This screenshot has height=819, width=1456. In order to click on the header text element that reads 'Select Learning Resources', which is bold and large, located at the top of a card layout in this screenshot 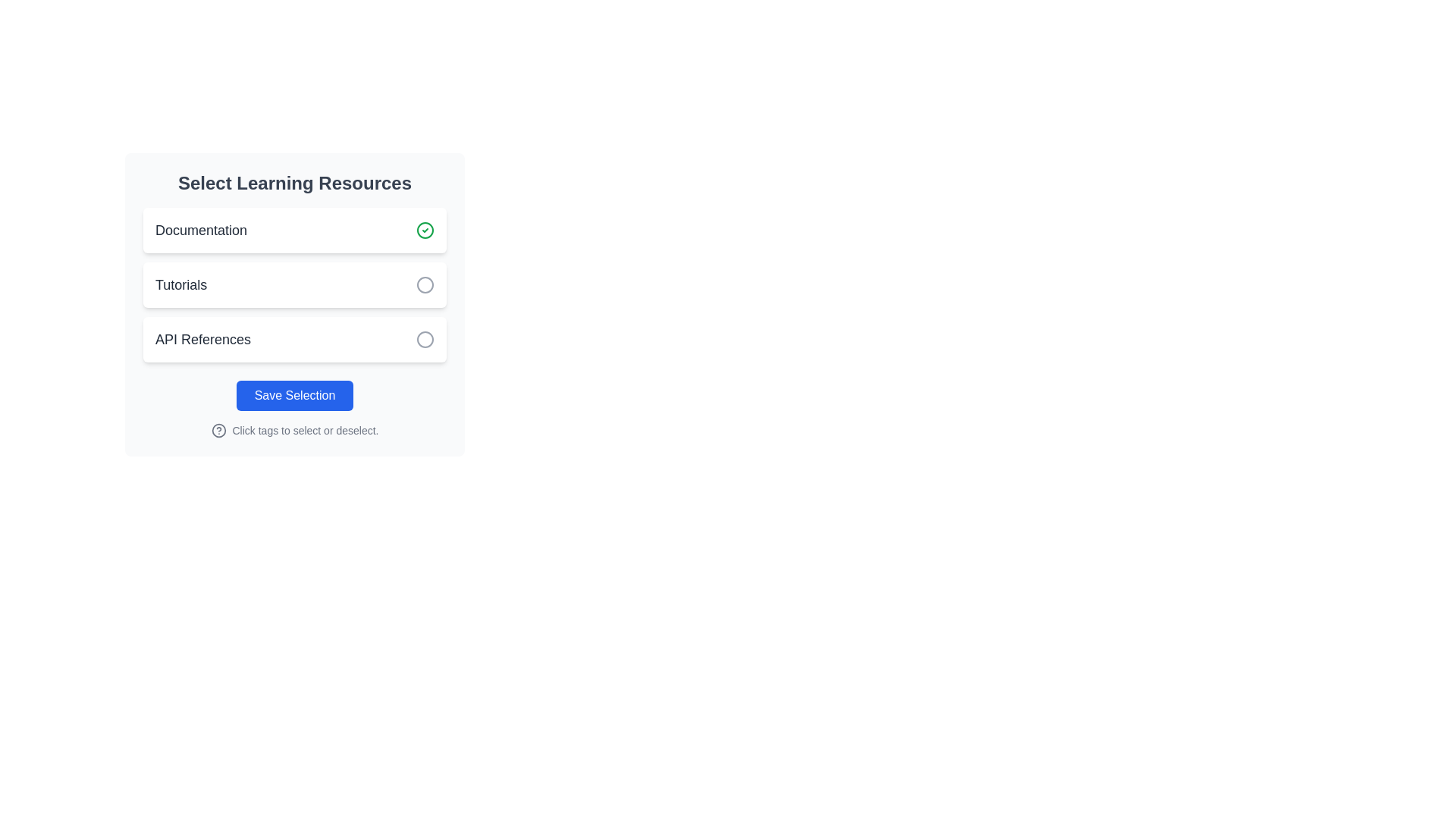, I will do `click(294, 183)`.